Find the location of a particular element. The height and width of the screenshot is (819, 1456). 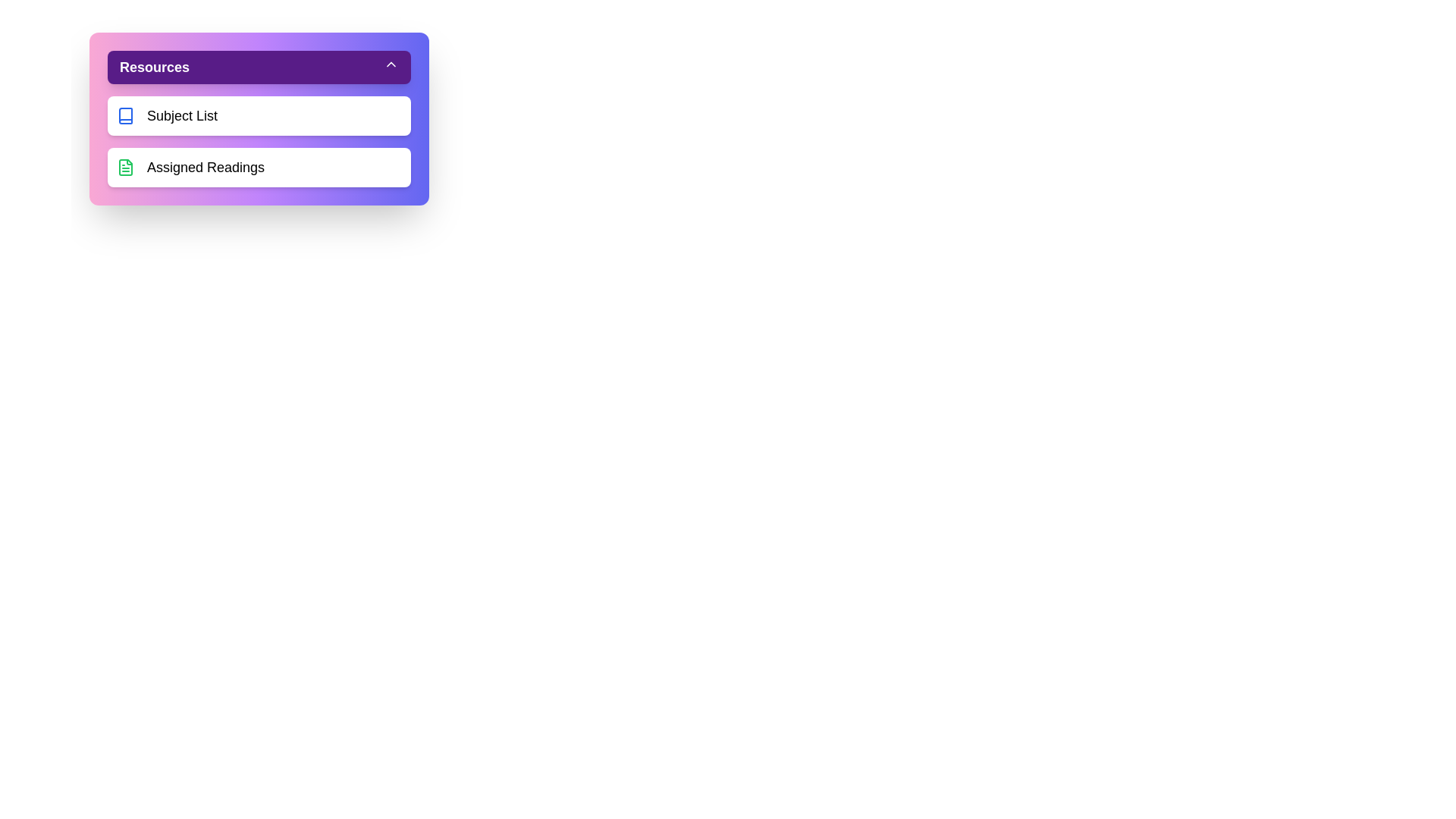

the SVG-based file icon representing the 'Assigned Readings' section is located at coordinates (126, 167).